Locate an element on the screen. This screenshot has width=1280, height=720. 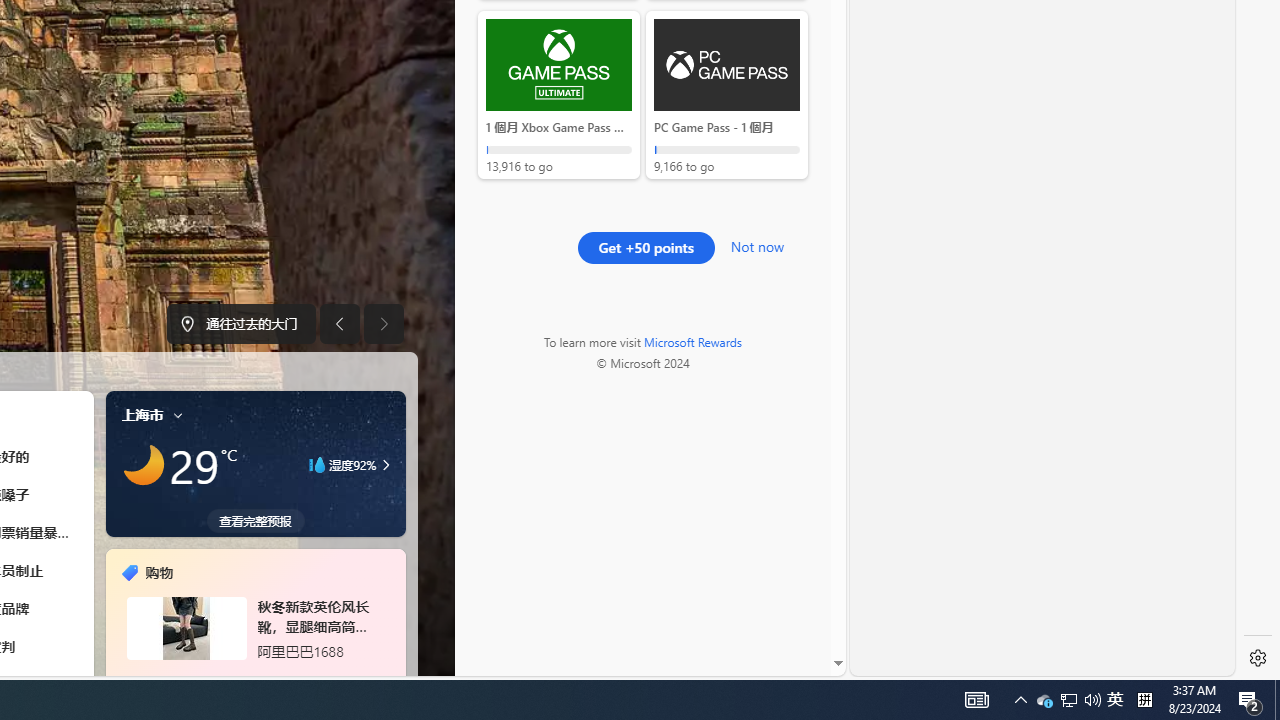
'Previous image' is located at coordinates (339, 323).